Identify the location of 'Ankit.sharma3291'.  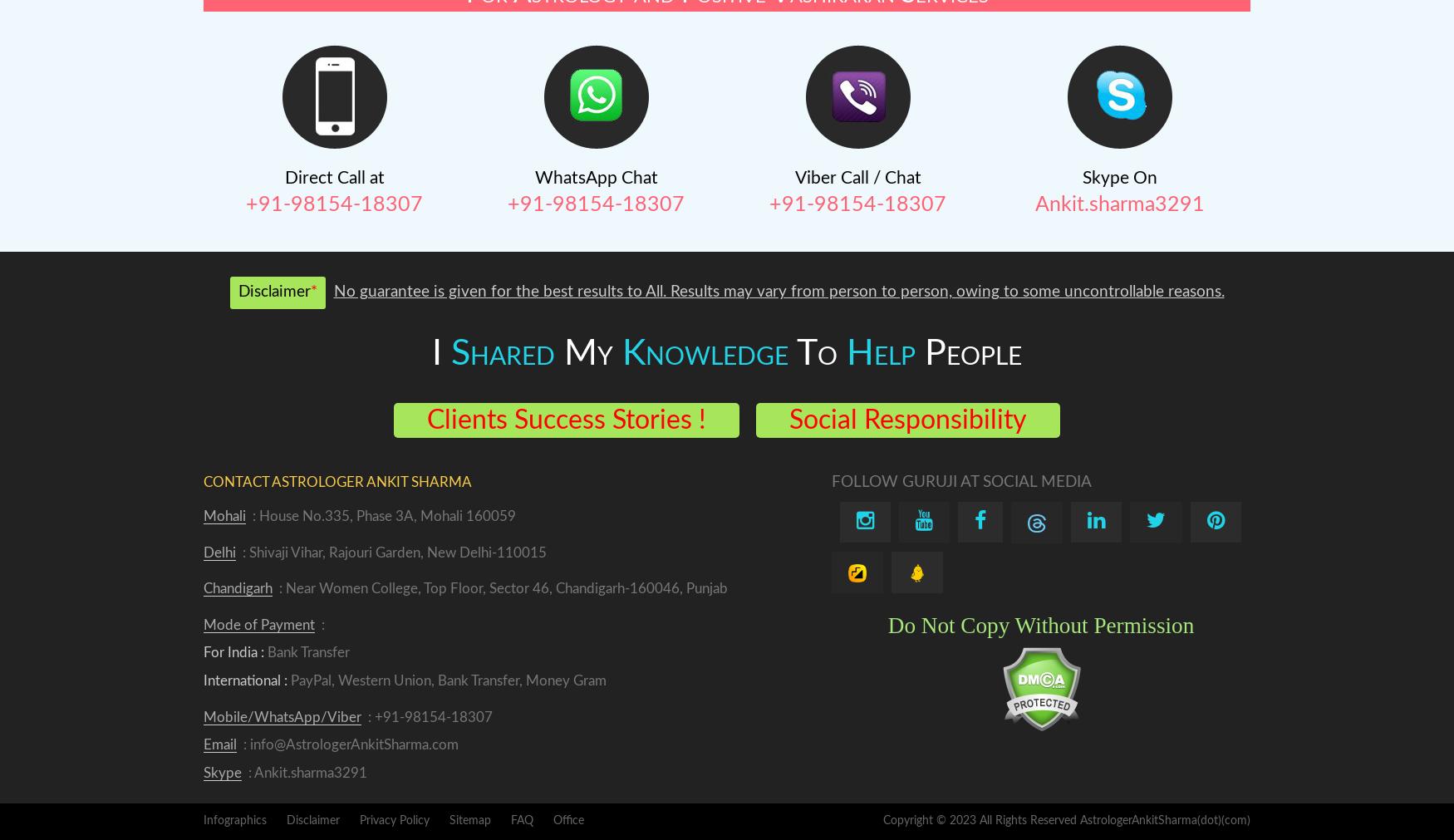
(1034, 204).